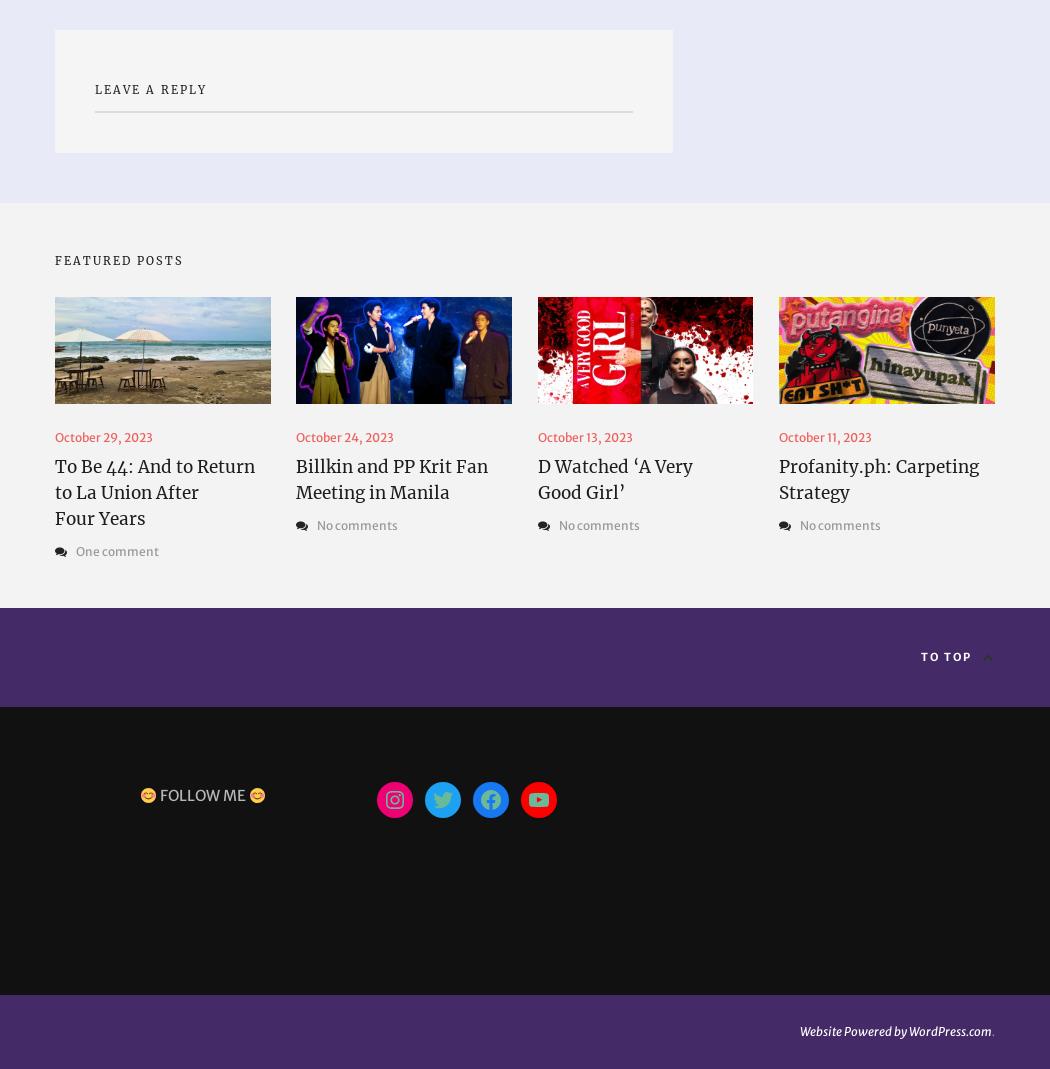 This screenshot has width=1050, height=1069. Describe the element at coordinates (614, 478) in the screenshot. I see `'D Watched ‘A Very Good Girl’'` at that location.